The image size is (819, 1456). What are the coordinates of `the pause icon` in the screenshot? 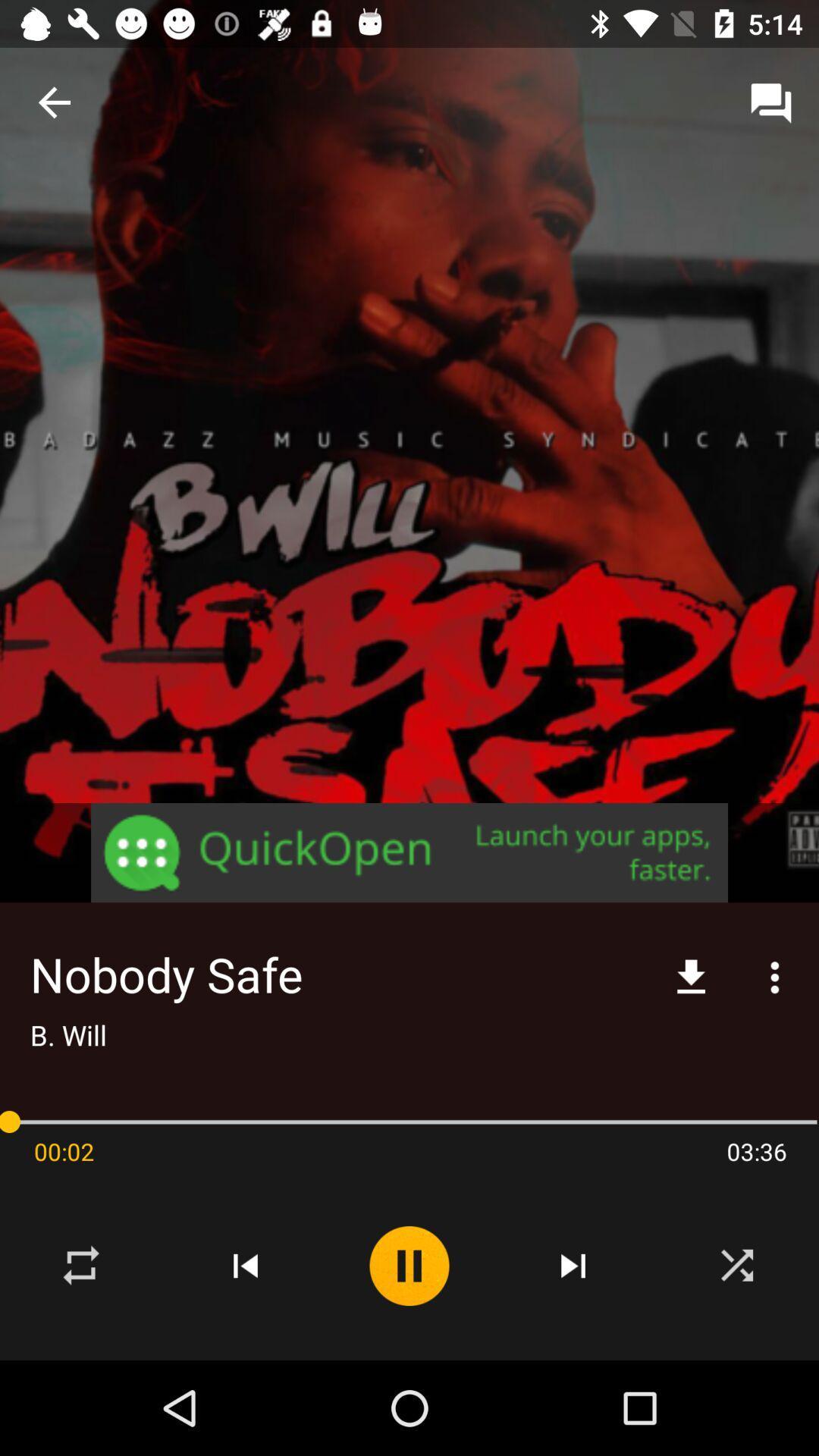 It's located at (409, 1266).